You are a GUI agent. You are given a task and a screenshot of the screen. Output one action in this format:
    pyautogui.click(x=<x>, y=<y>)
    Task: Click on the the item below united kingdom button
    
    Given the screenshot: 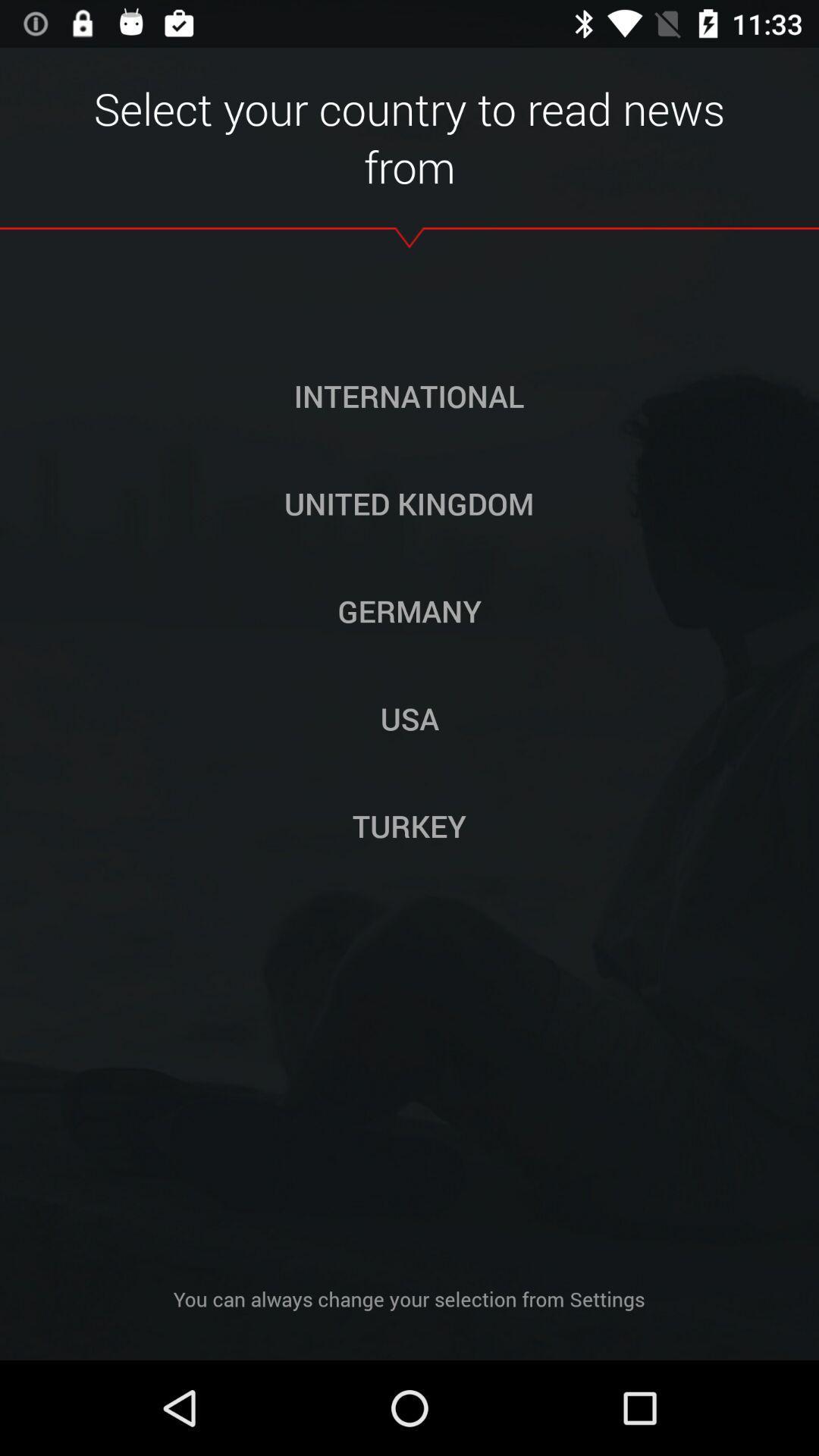 What is the action you would take?
    pyautogui.click(x=409, y=610)
    